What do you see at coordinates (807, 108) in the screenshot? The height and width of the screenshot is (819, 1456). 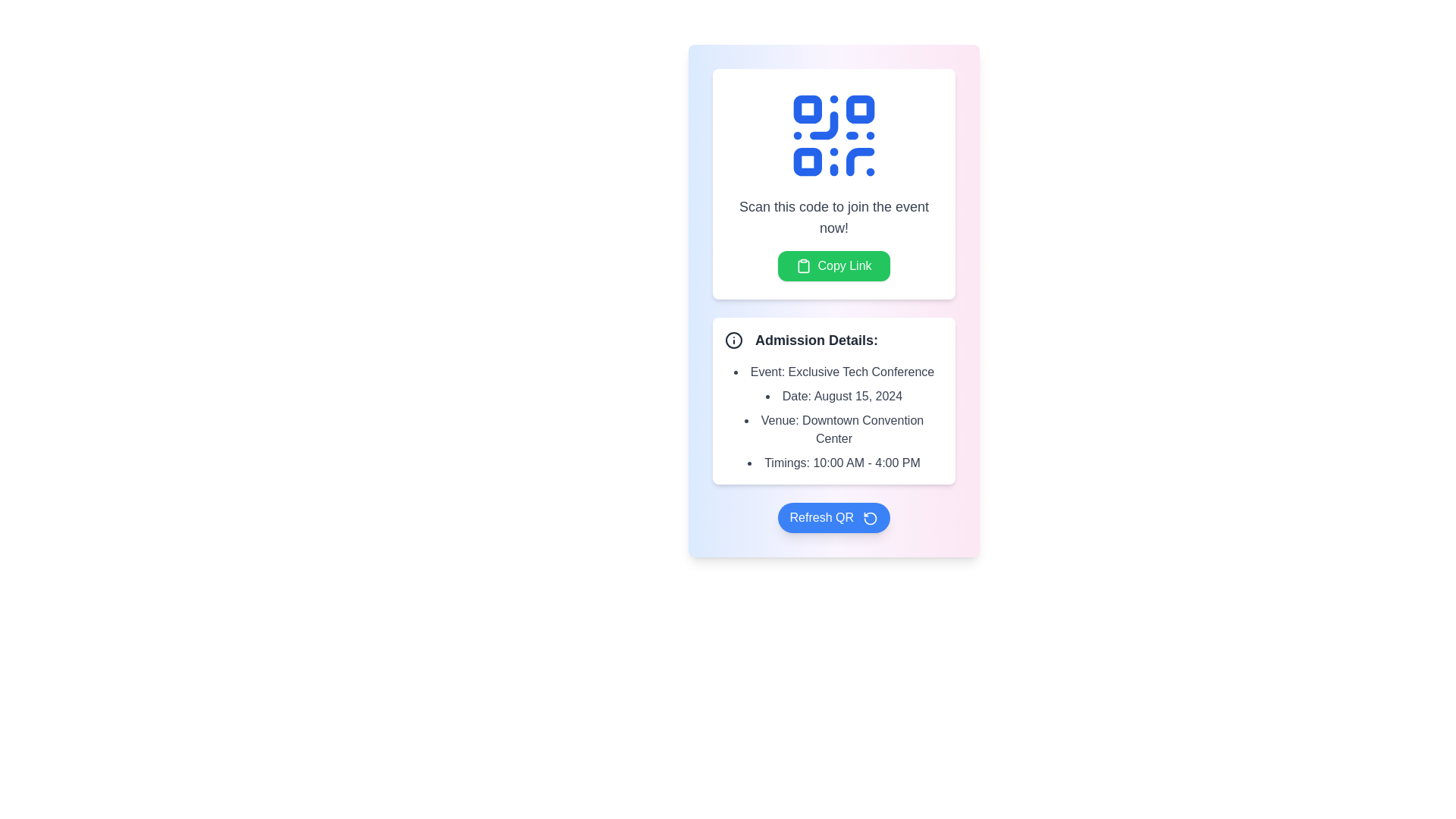 I see `the upper-left cell of the QR code grid, which is a stylized blue square at the top section of the vertically structured interface` at bounding box center [807, 108].